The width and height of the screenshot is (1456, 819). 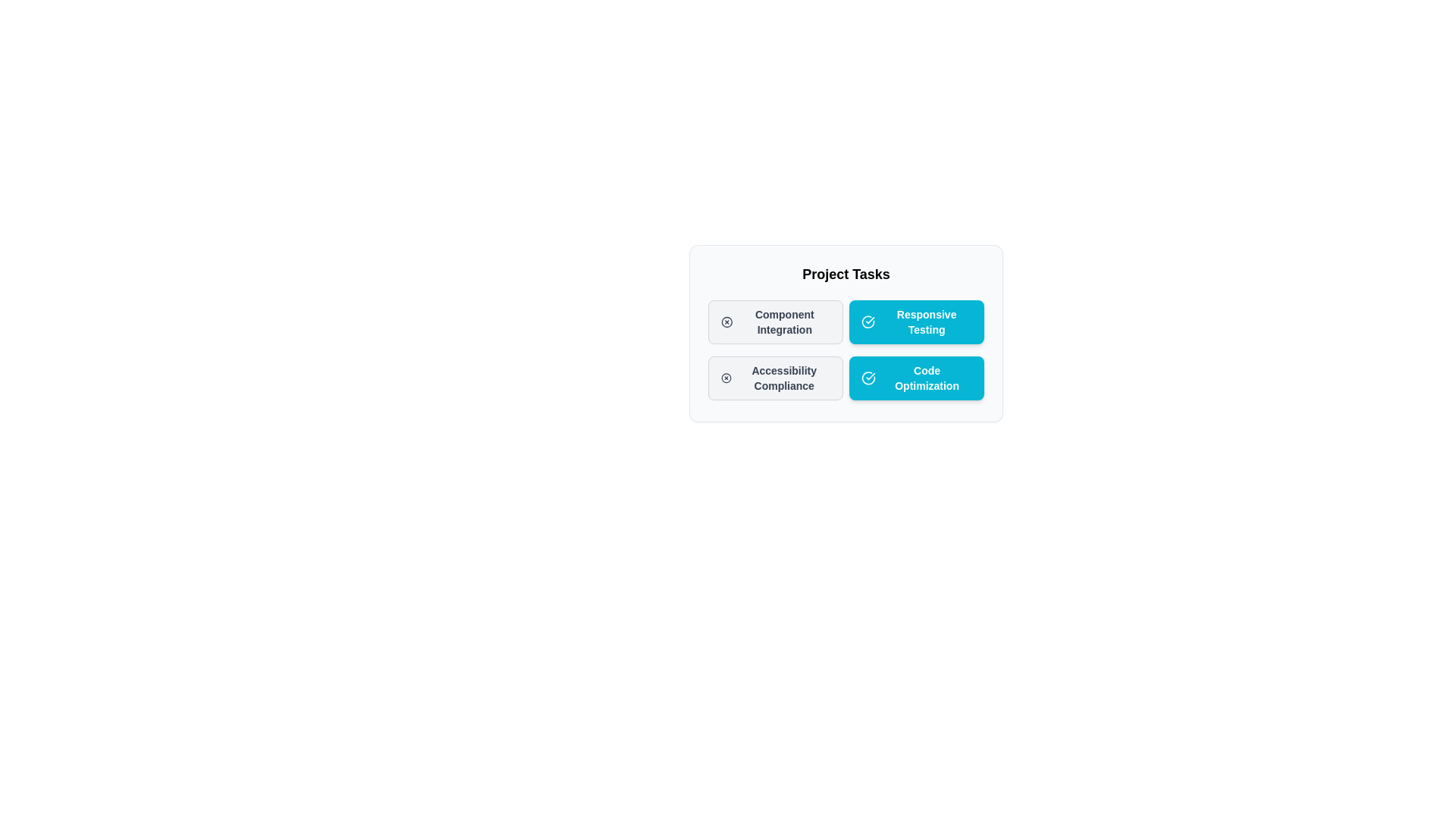 What do you see at coordinates (775, 321) in the screenshot?
I see `the chip labeled 'Component Integration' to select it` at bounding box center [775, 321].